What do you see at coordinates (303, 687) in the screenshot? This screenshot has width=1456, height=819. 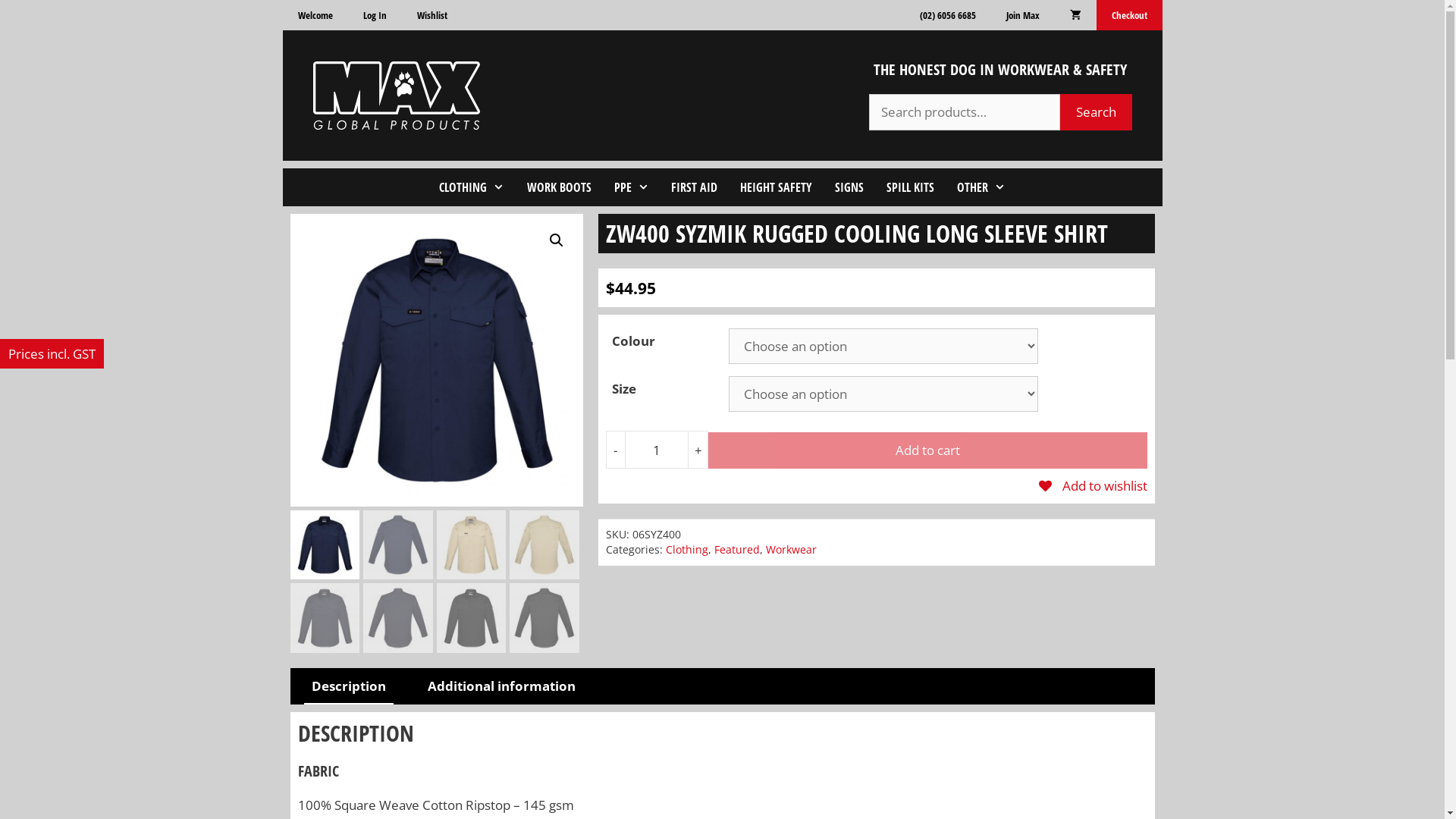 I see `'Description'` at bounding box center [303, 687].